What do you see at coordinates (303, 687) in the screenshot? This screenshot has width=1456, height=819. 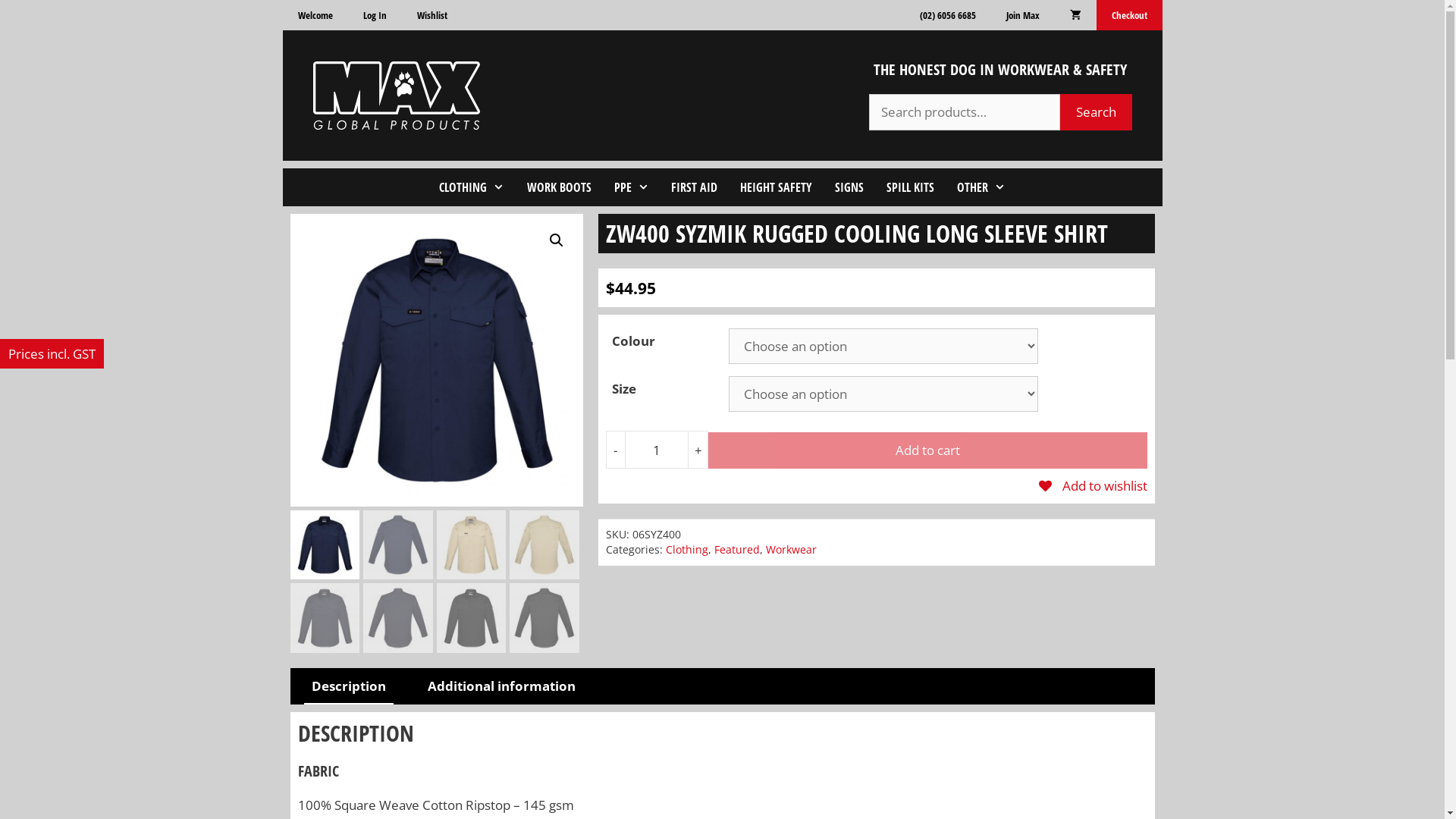 I see `'Description'` at bounding box center [303, 687].